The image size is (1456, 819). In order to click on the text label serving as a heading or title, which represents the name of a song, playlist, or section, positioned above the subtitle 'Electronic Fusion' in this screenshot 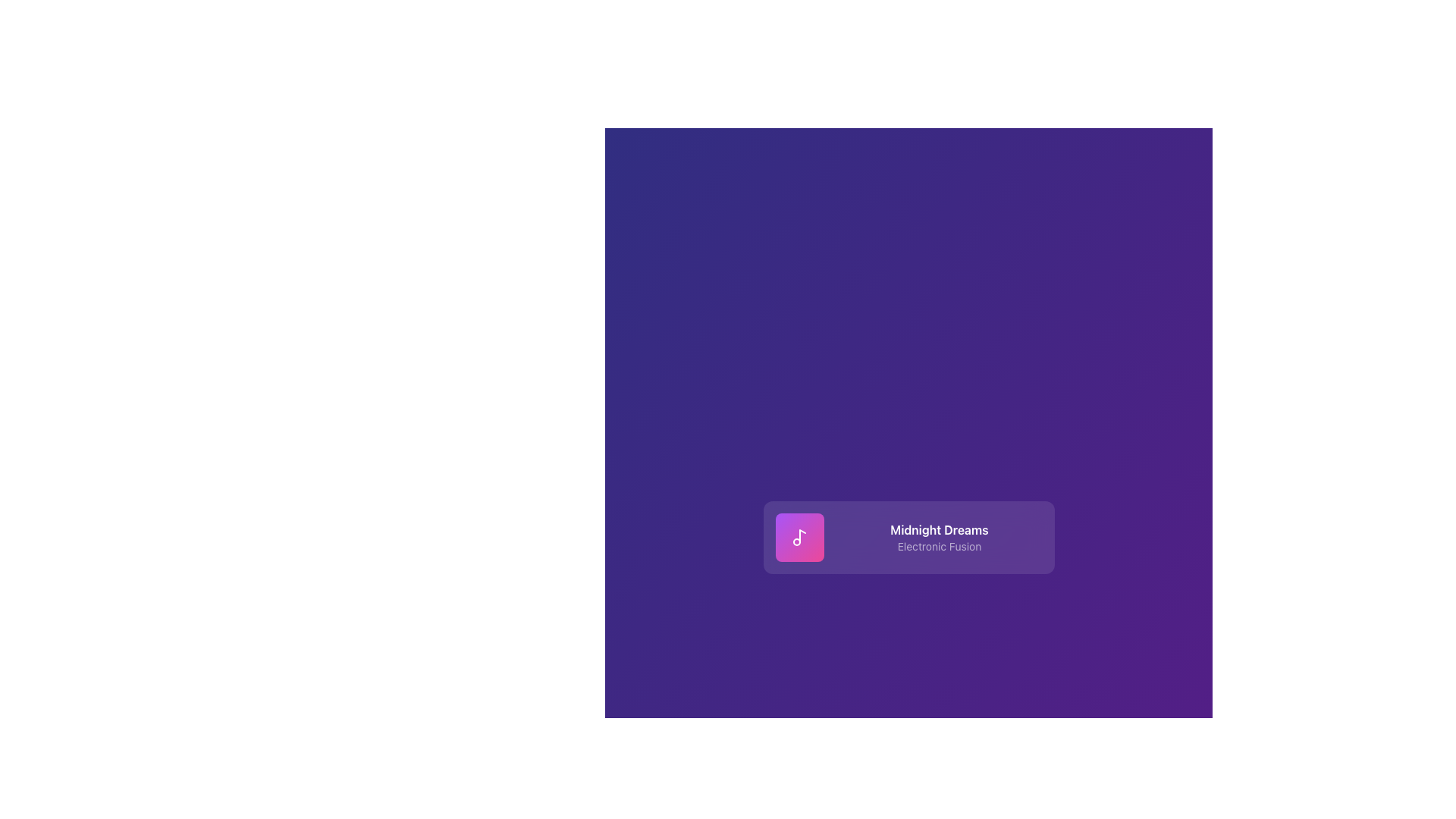, I will do `click(938, 529)`.